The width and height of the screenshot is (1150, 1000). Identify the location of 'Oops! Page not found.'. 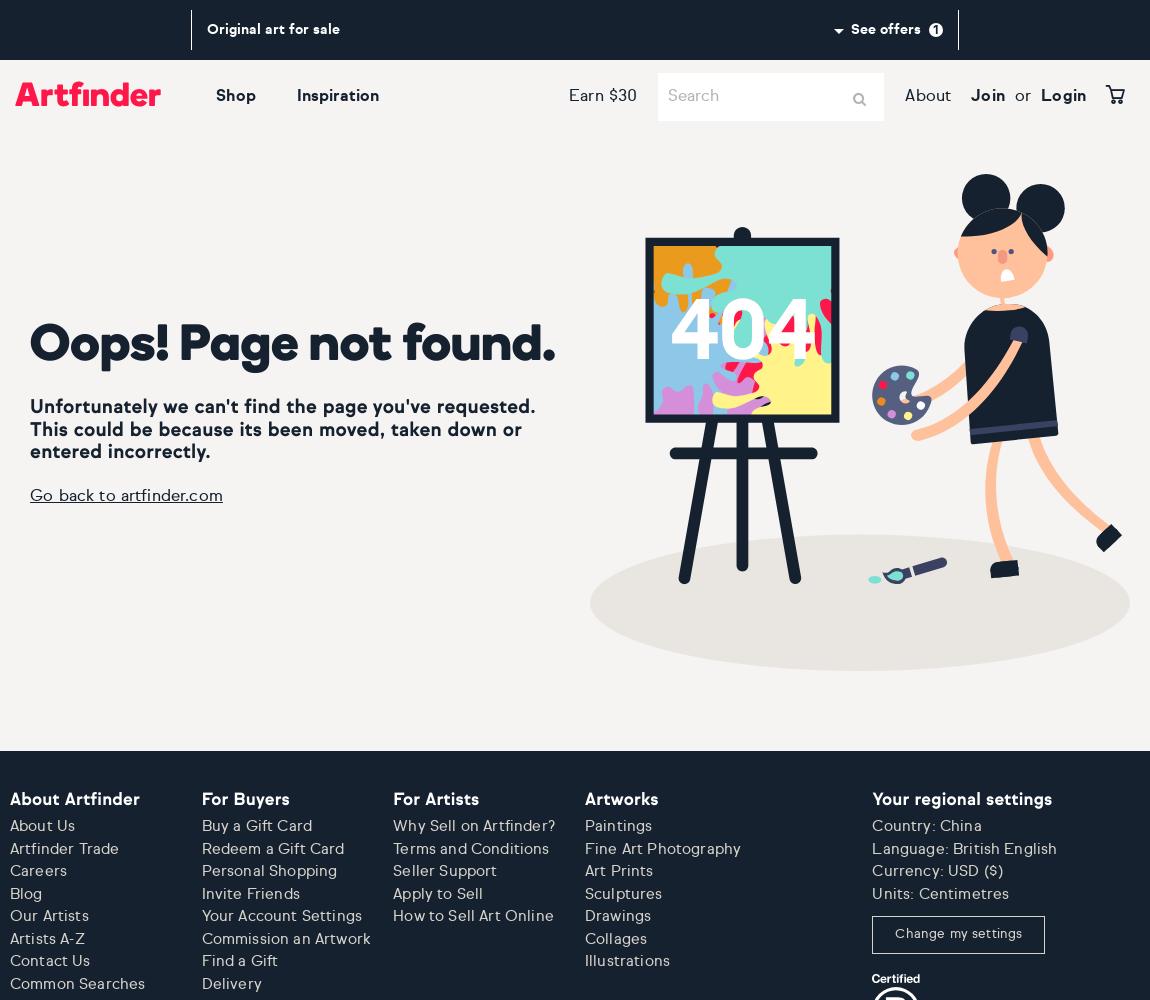
(293, 345).